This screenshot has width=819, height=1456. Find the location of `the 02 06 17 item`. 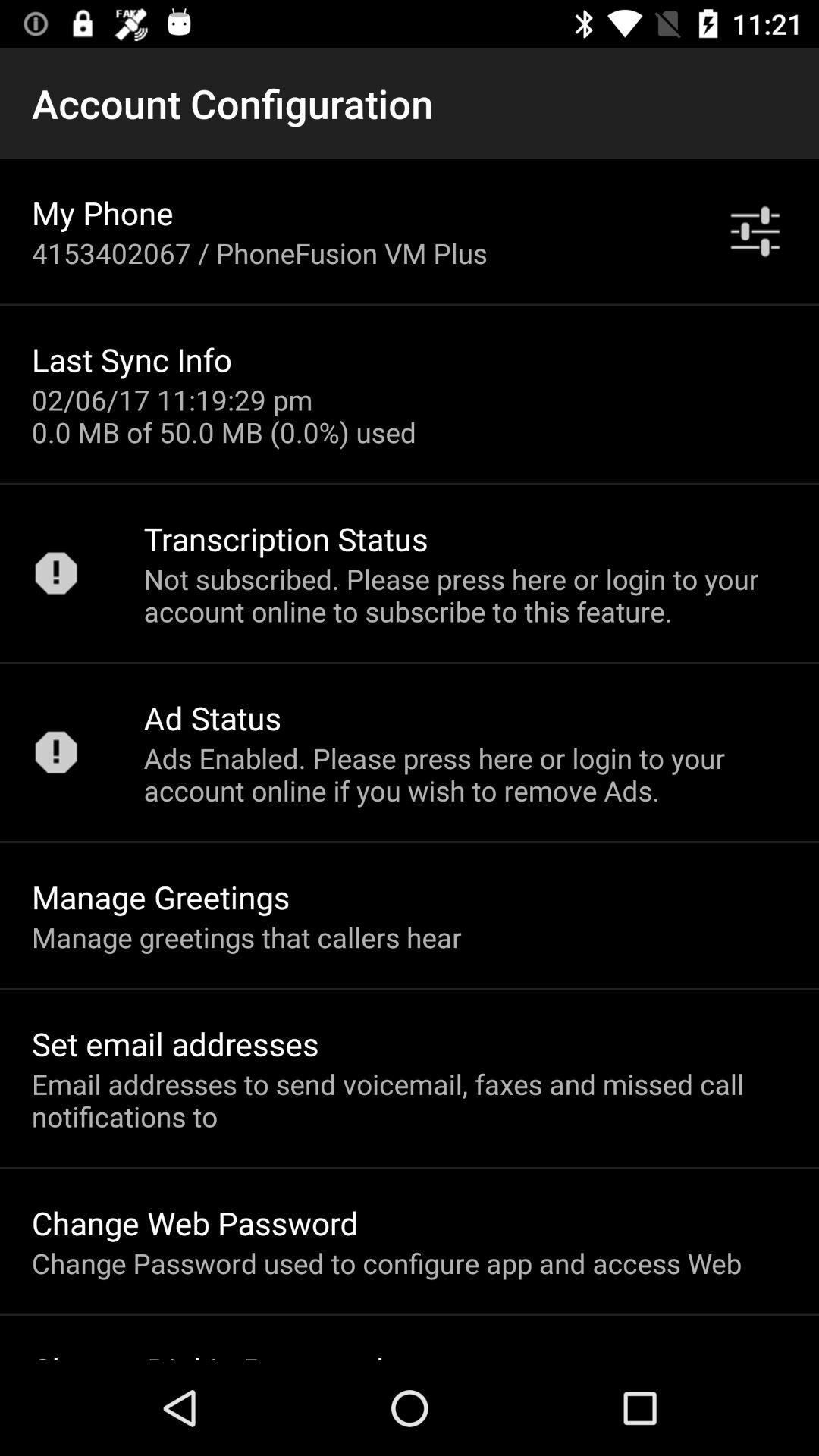

the 02 06 17 item is located at coordinates (224, 416).